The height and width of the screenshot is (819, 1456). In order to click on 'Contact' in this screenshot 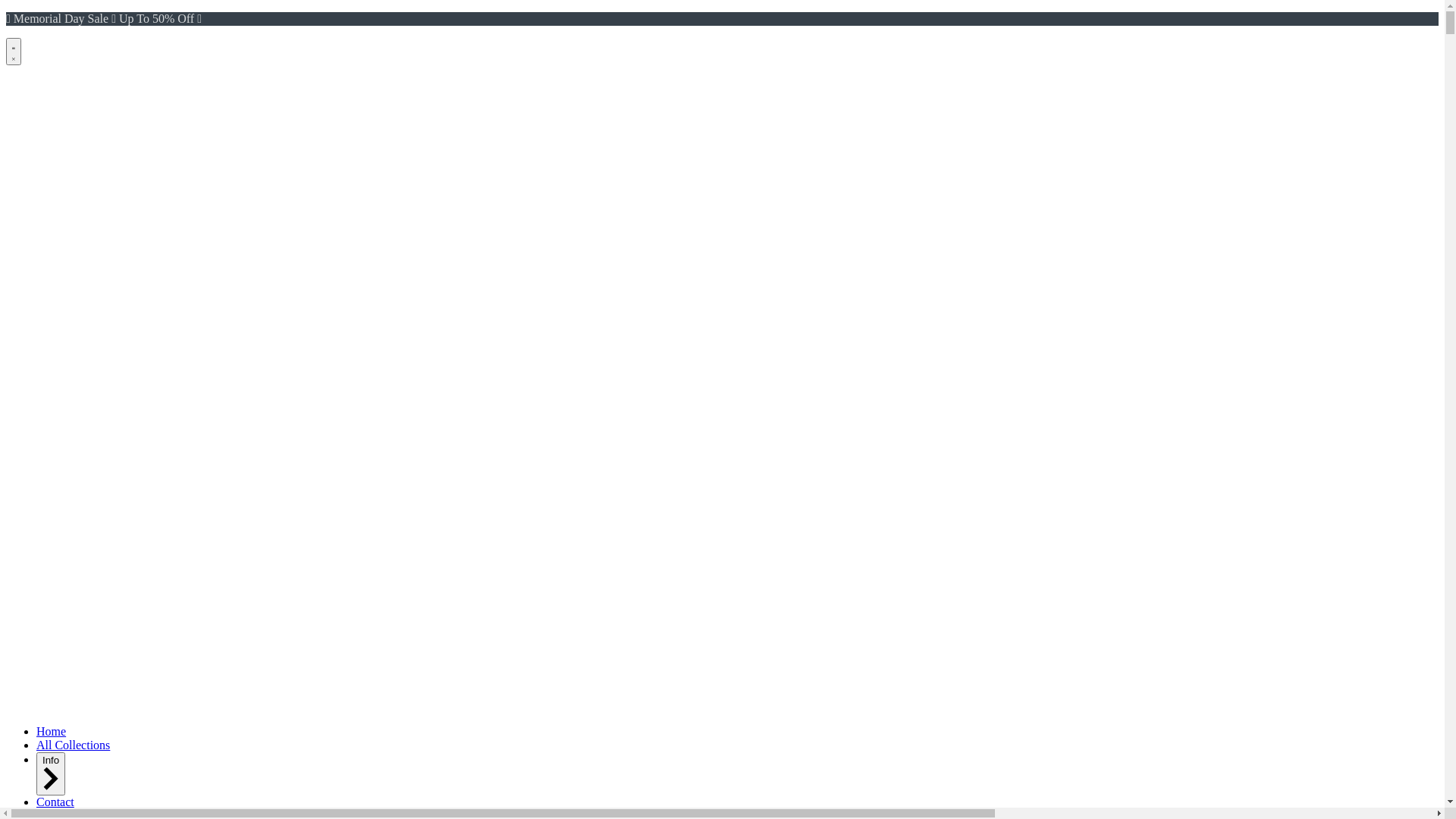, I will do `click(55, 801)`.